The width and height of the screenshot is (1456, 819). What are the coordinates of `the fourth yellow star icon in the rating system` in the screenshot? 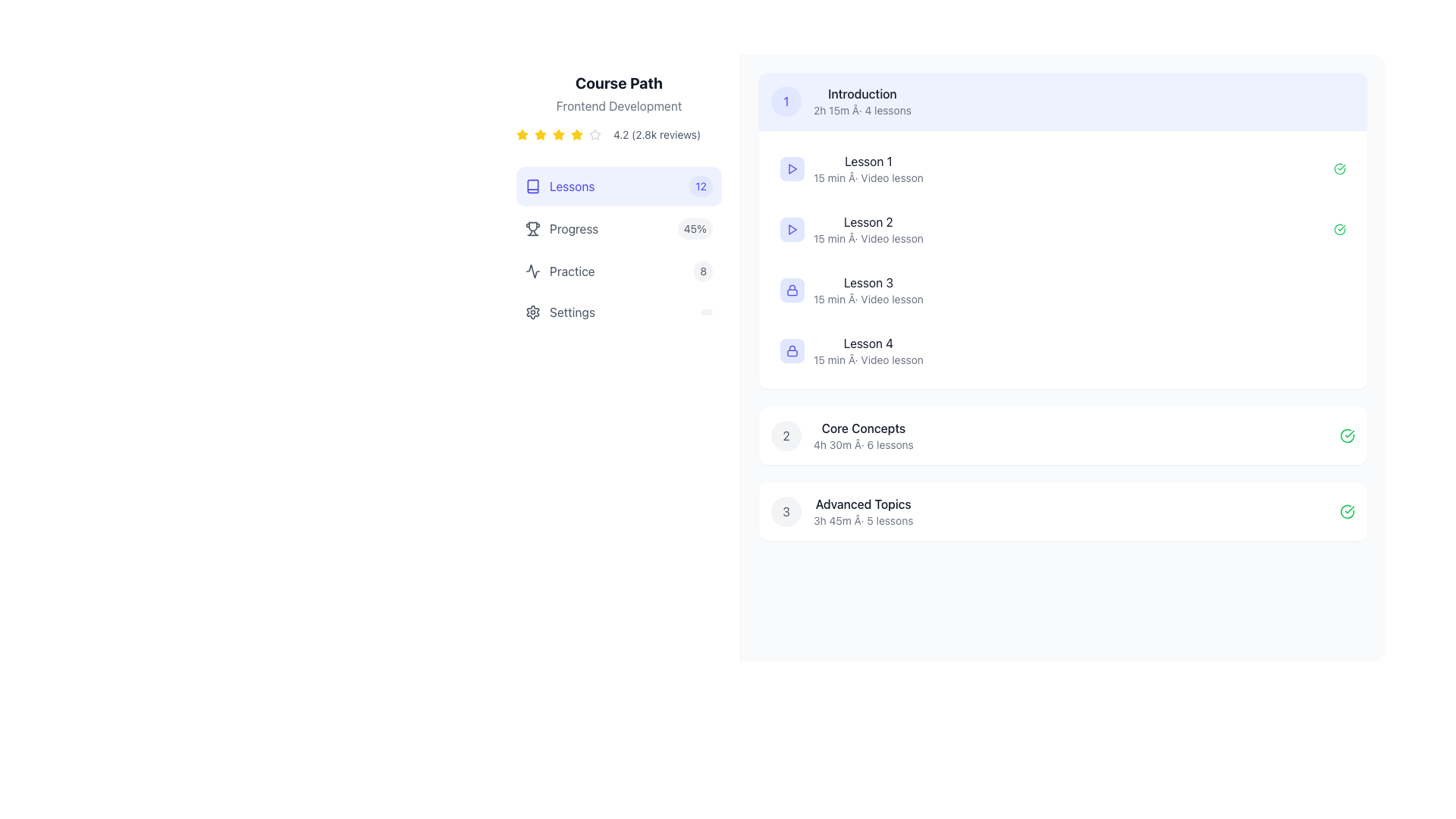 It's located at (576, 133).